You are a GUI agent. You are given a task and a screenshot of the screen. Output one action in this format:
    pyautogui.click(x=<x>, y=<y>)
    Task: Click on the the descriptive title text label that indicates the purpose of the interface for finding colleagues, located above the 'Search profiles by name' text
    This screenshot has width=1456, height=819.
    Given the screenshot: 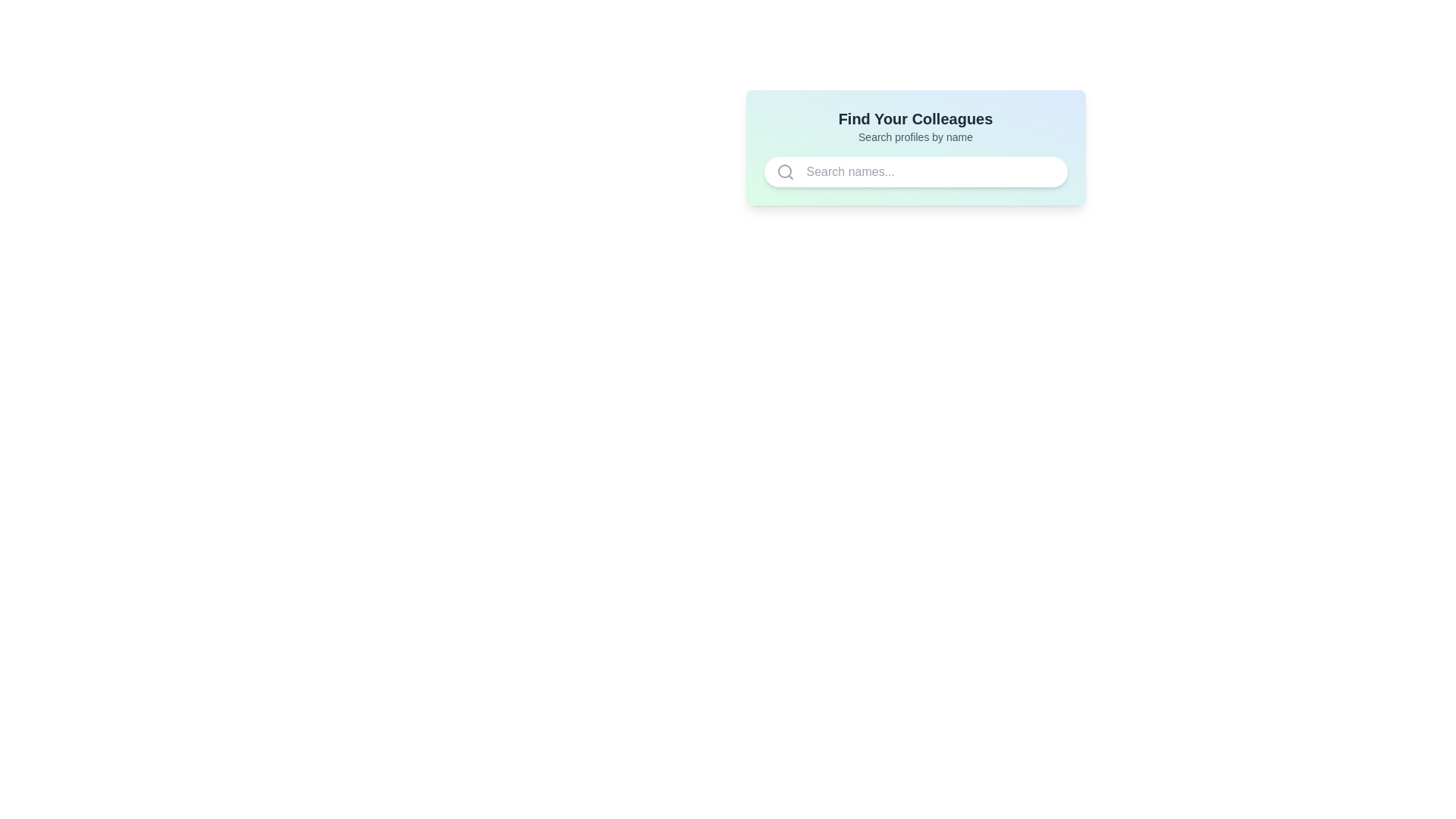 What is the action you would take?
    pyautogui.click(x=915, y=118)
    